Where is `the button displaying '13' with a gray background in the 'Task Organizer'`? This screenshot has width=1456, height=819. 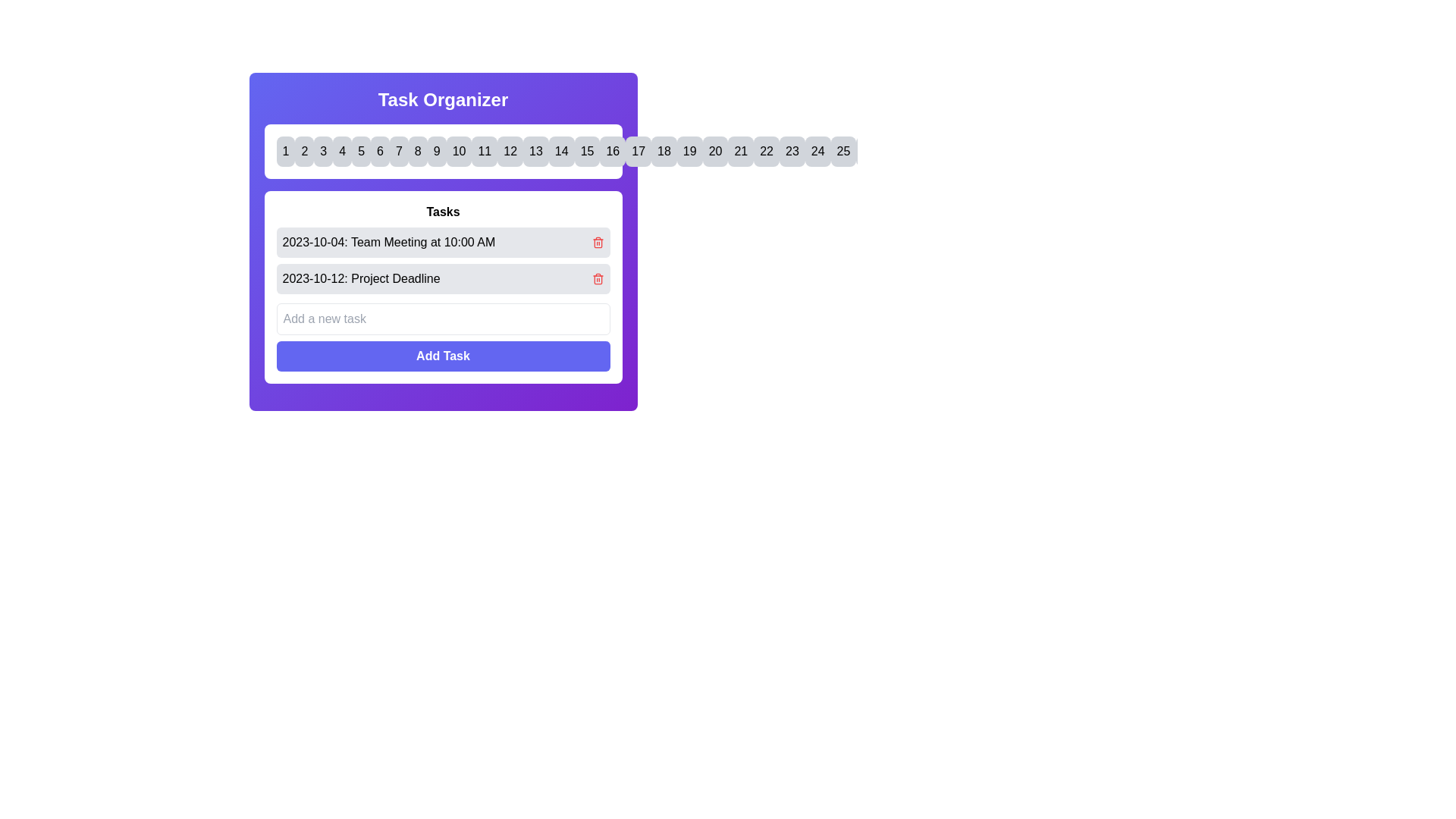 the button displaying '13' with a gray background in the 'Task Organizer' is located at coordinates (535, 152).